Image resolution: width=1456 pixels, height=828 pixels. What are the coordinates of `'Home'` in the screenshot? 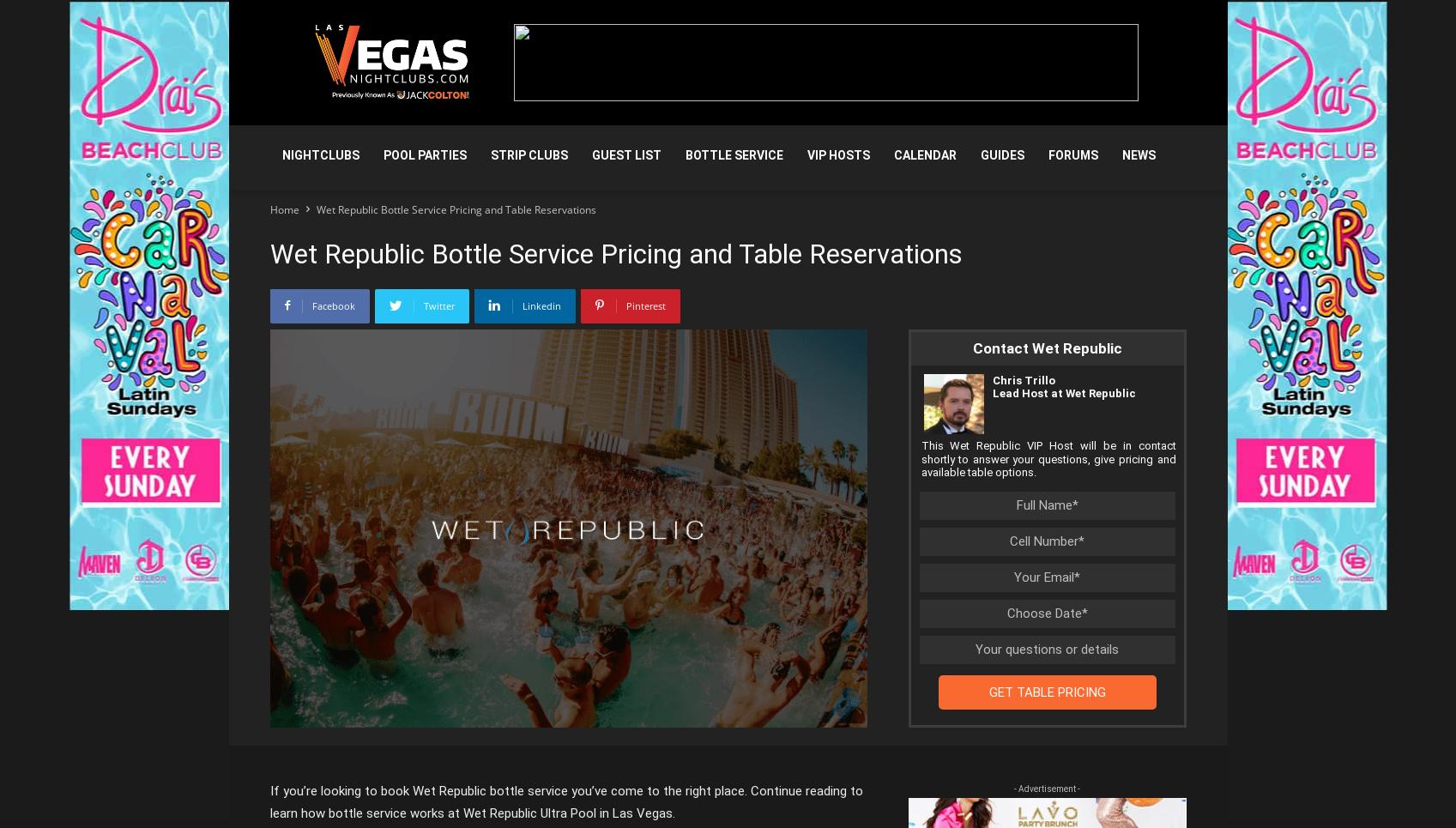 It's located at (284, 209).